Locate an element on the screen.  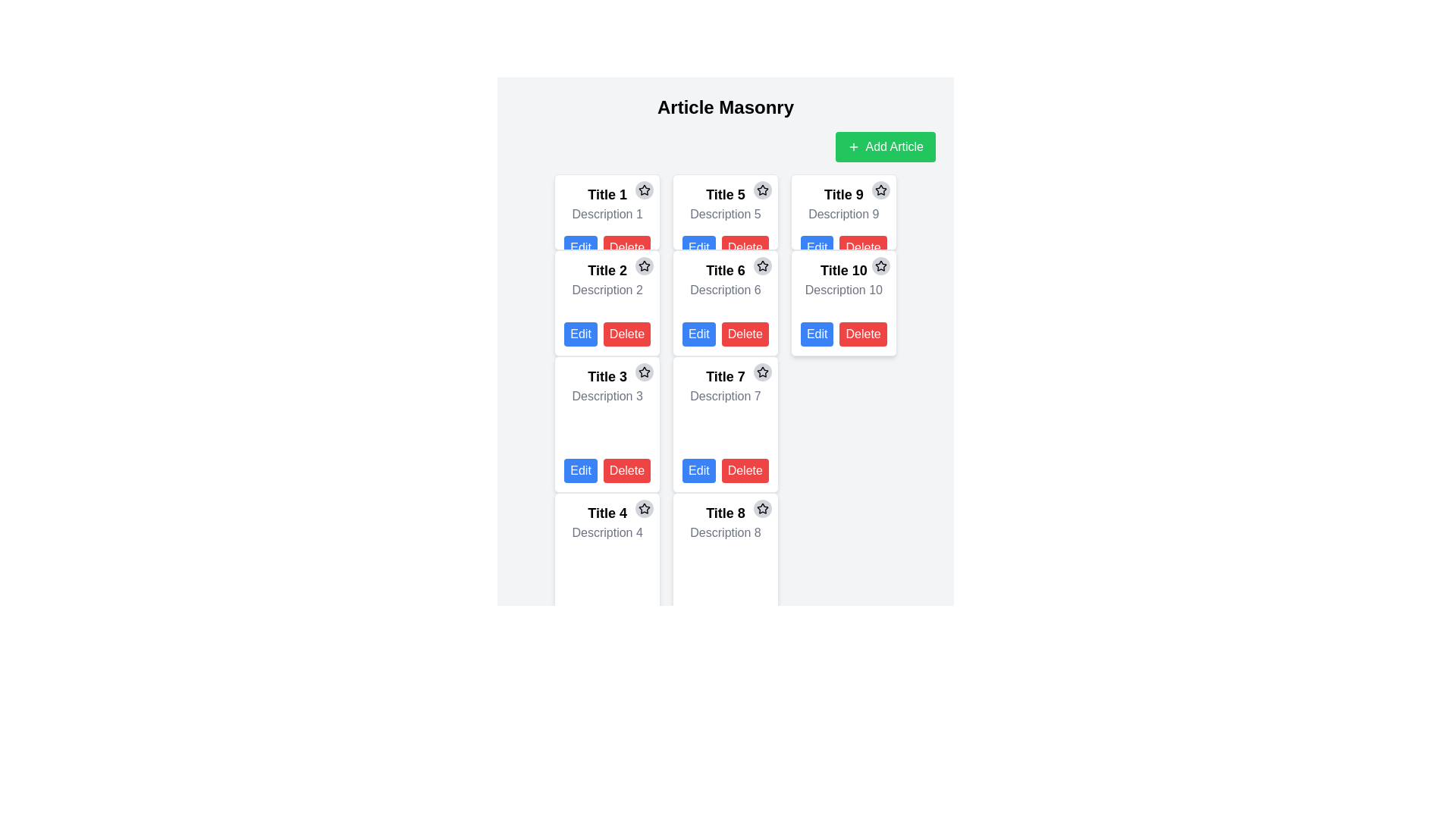
the text label that displays 'Title 8', which is prominently styled with a bold font and larger size, located at the top of its content card is located at coordinates (724, 513).